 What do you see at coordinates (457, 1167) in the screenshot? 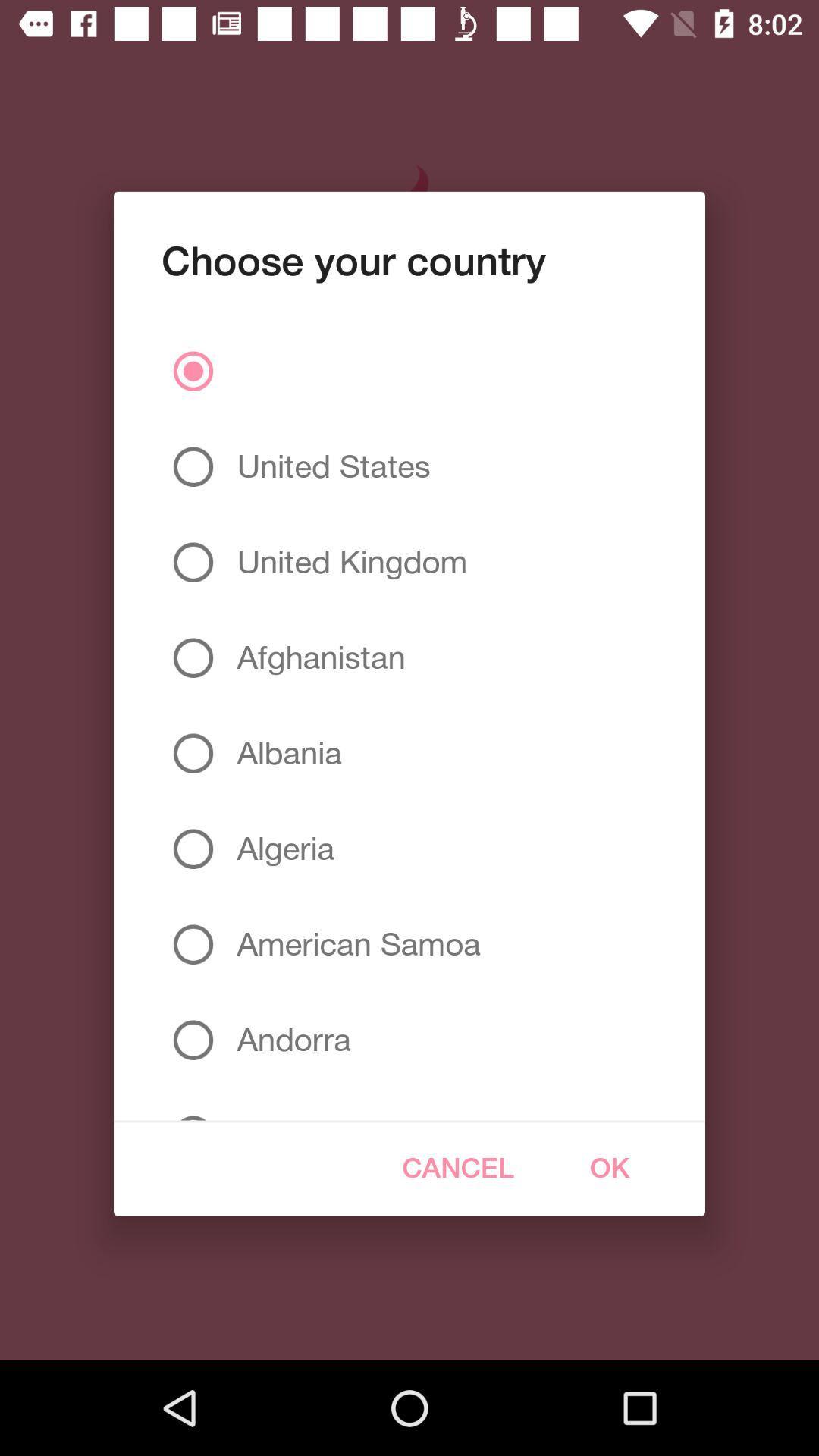
I see `the cancel` at bounding box center [457, 1167].